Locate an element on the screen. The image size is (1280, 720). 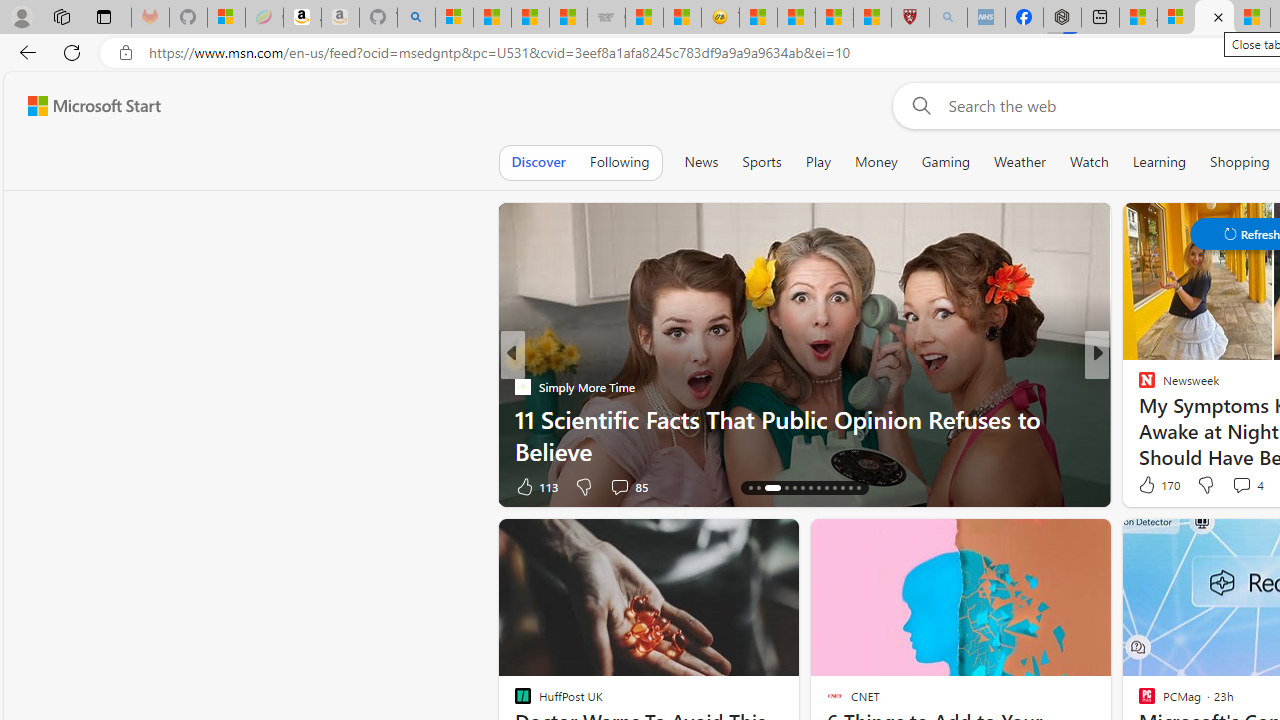
'AutomationID: tab-22' is located at coordinates (826, 488).